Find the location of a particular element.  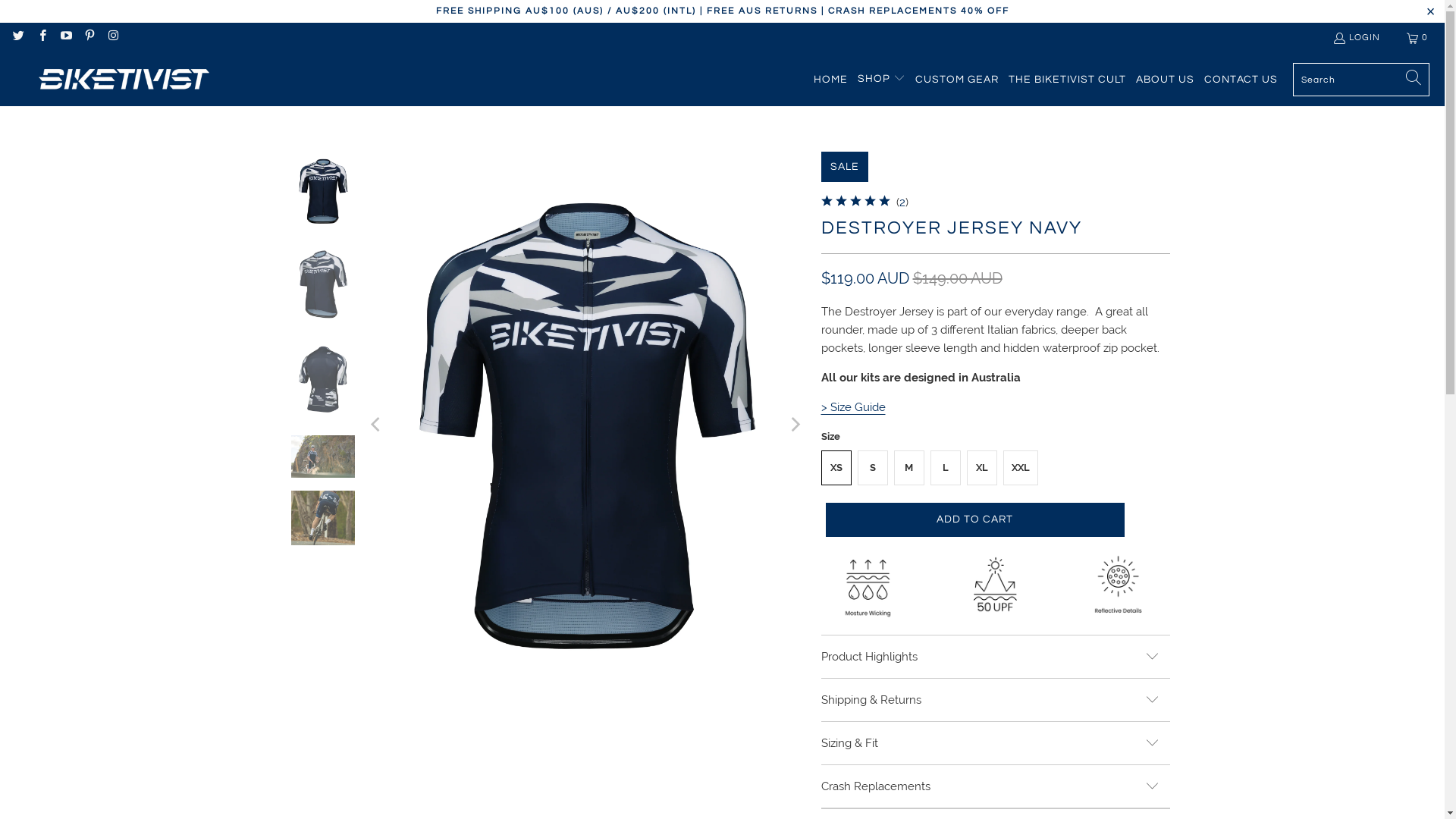

'2 is located at coordinates (902, 201).